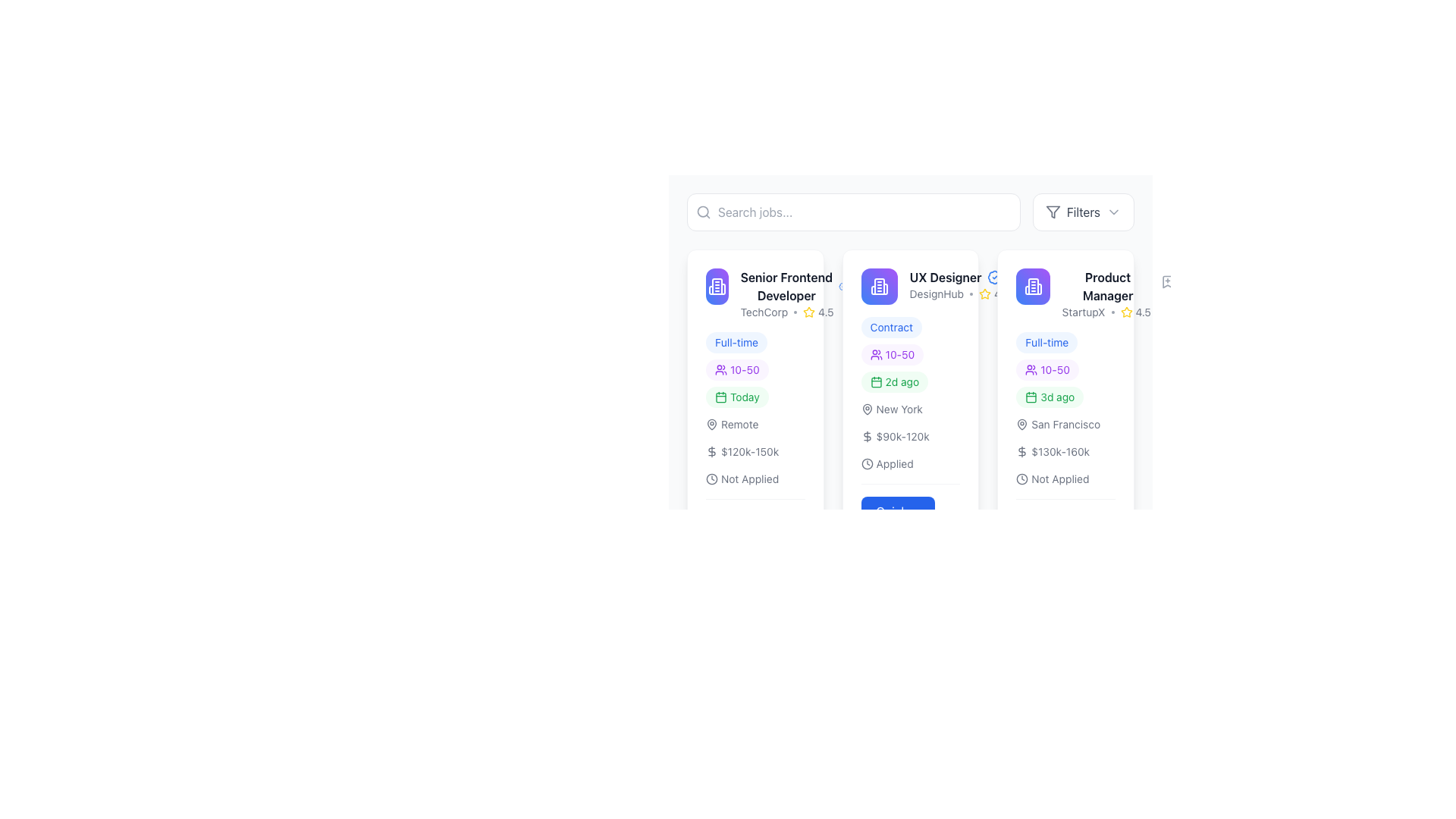 Image resolution: width=1456 pixels, height=819 pixels. What do you see at coordinates (1126, 312) in the screenshot?
I see `star icon element indicating a rating value of '4.5', which is a yellow outlined star positioned adjacent to the numeric rating in the job card for the 'Product Manager' role` at bounding box center [1126, 312].